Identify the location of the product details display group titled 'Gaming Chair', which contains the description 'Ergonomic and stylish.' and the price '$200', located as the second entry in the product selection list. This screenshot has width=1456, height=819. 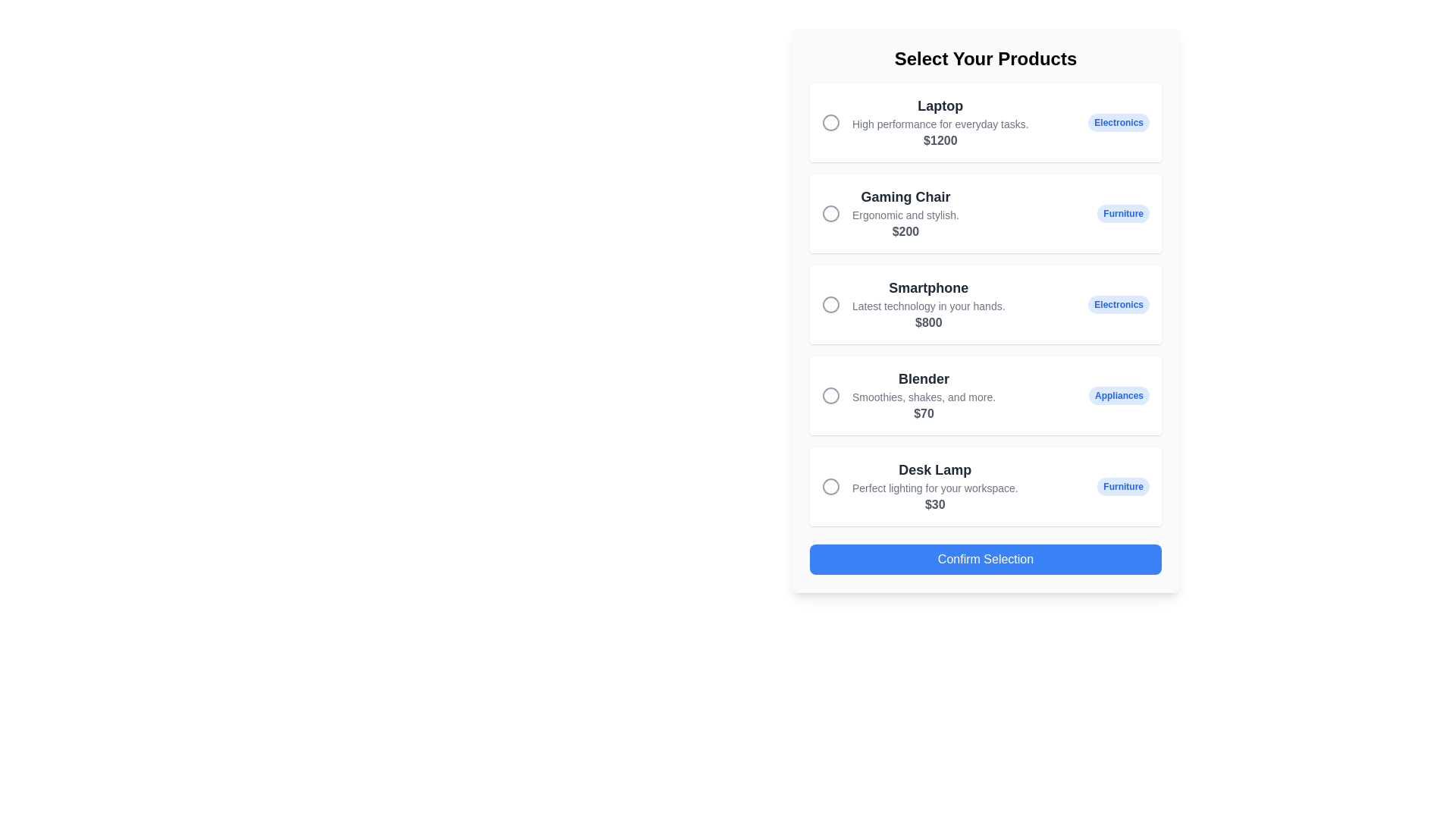
(905, 213).